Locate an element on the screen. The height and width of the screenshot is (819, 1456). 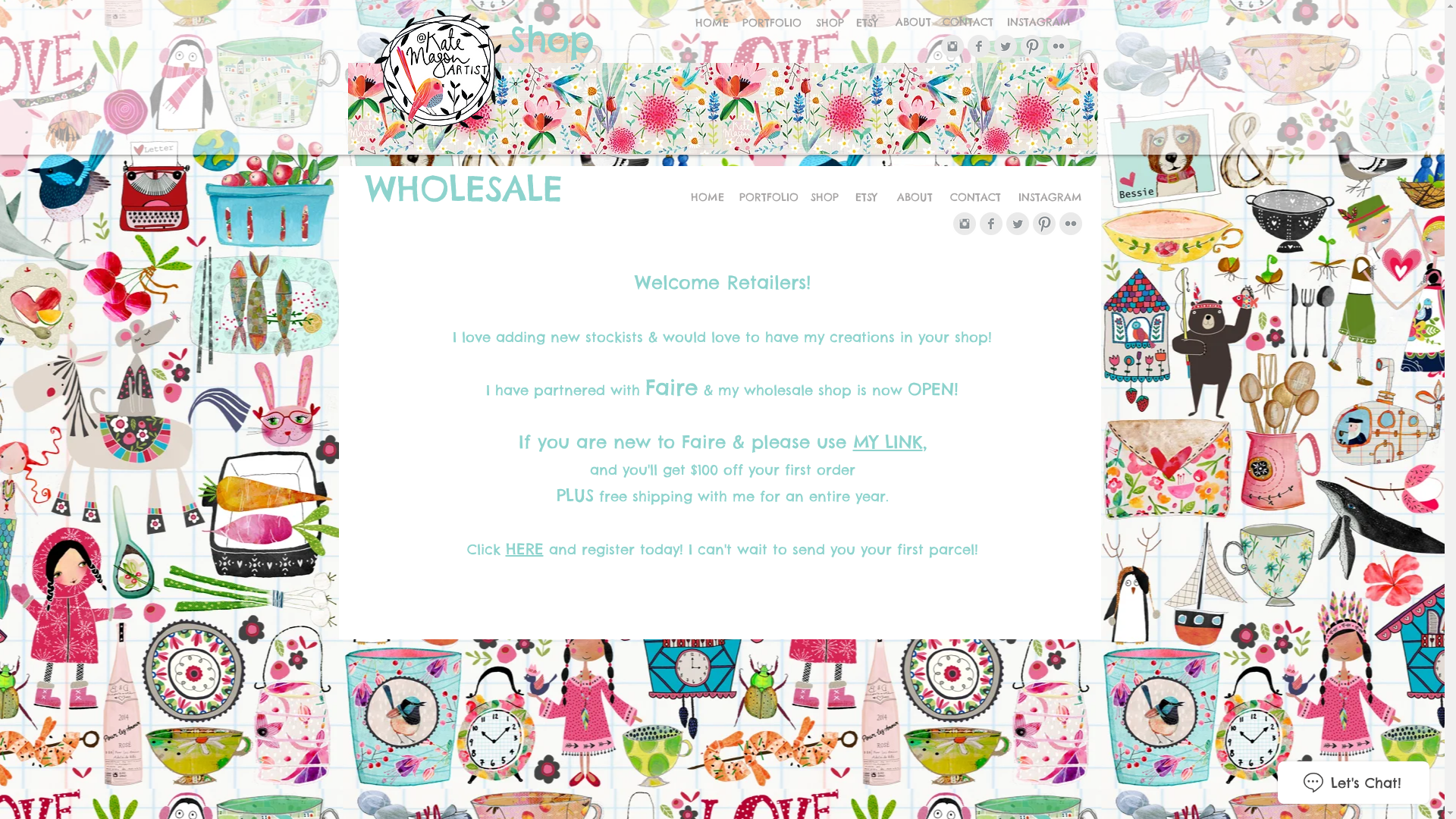
'CONTACT' is located at coordinates (934, 23).